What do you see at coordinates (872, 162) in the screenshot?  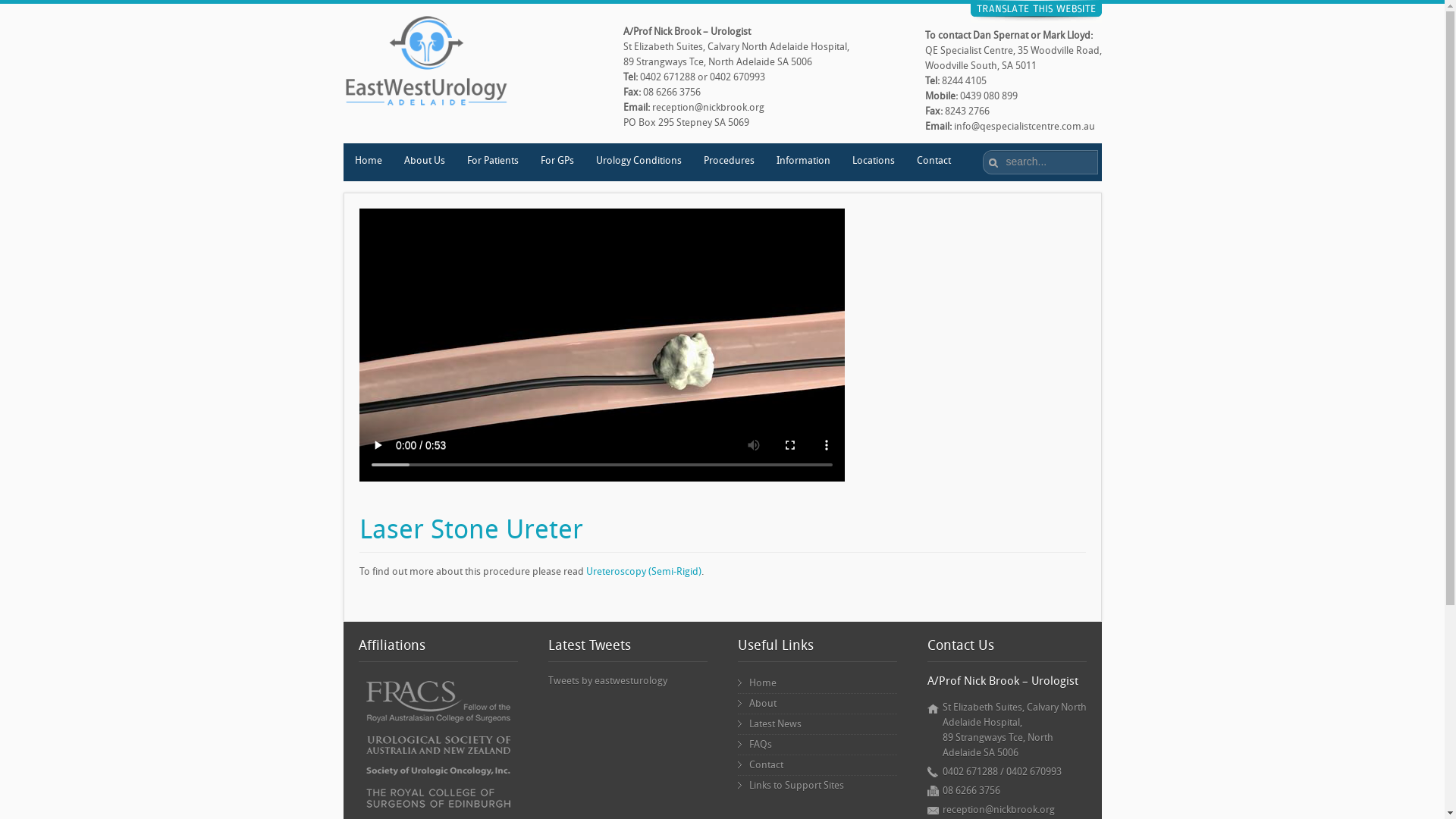 I see `'Locations'` at bounding box center [872, 162].